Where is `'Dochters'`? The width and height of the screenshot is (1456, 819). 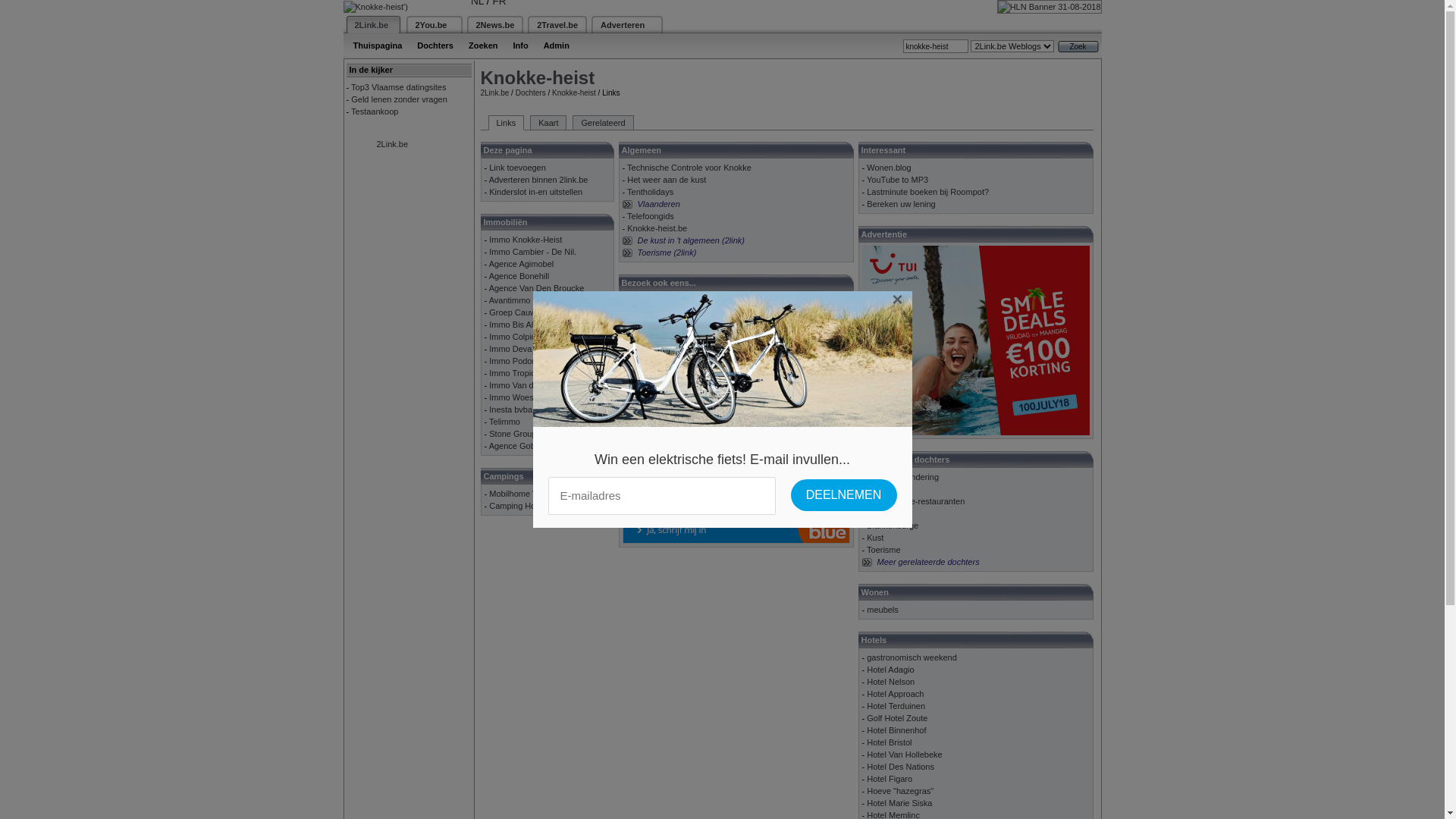
'Dochters' is located at coordinates (435, 45).